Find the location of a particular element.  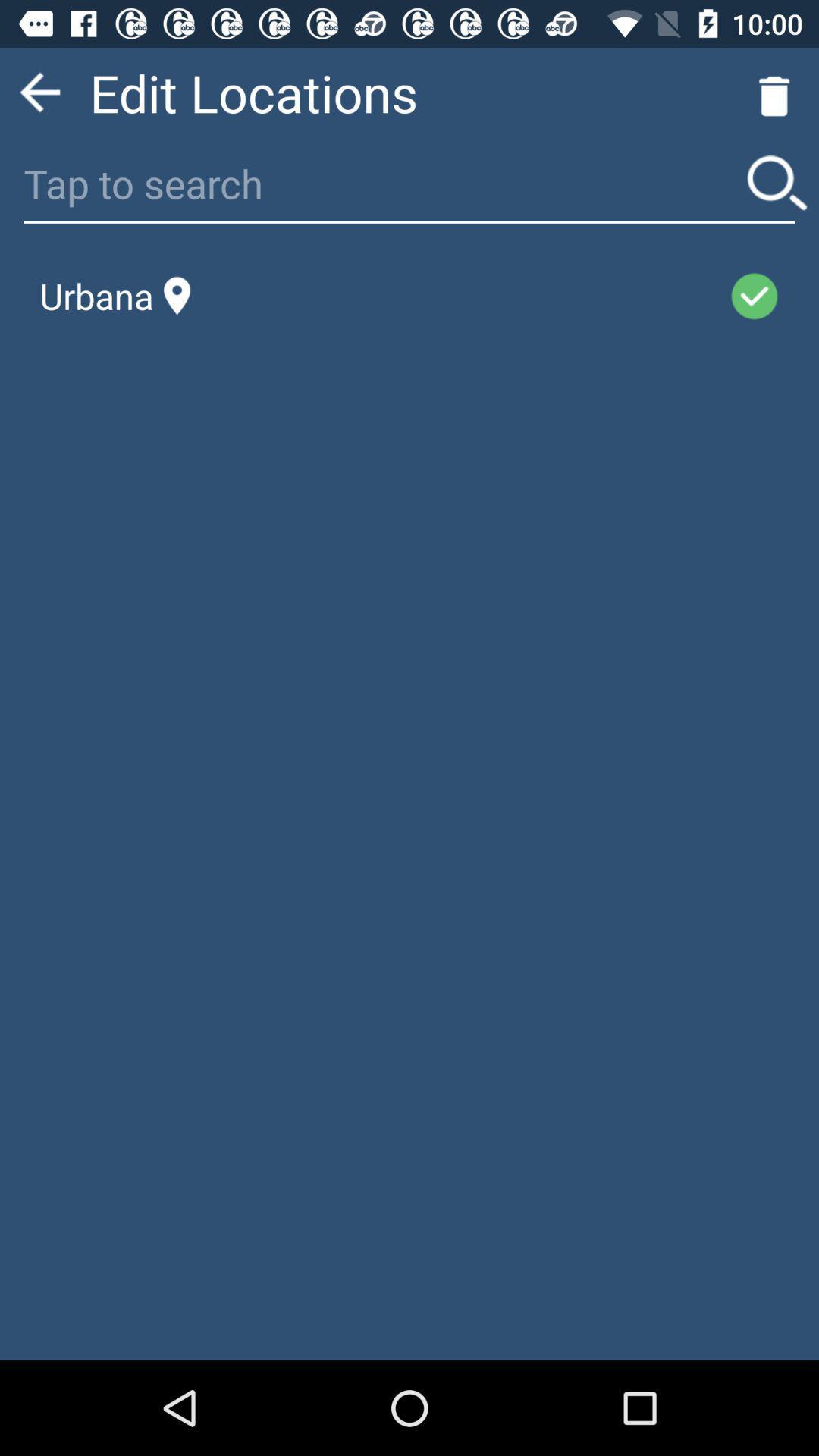

the urbana app is located at coordinates (115, 296).